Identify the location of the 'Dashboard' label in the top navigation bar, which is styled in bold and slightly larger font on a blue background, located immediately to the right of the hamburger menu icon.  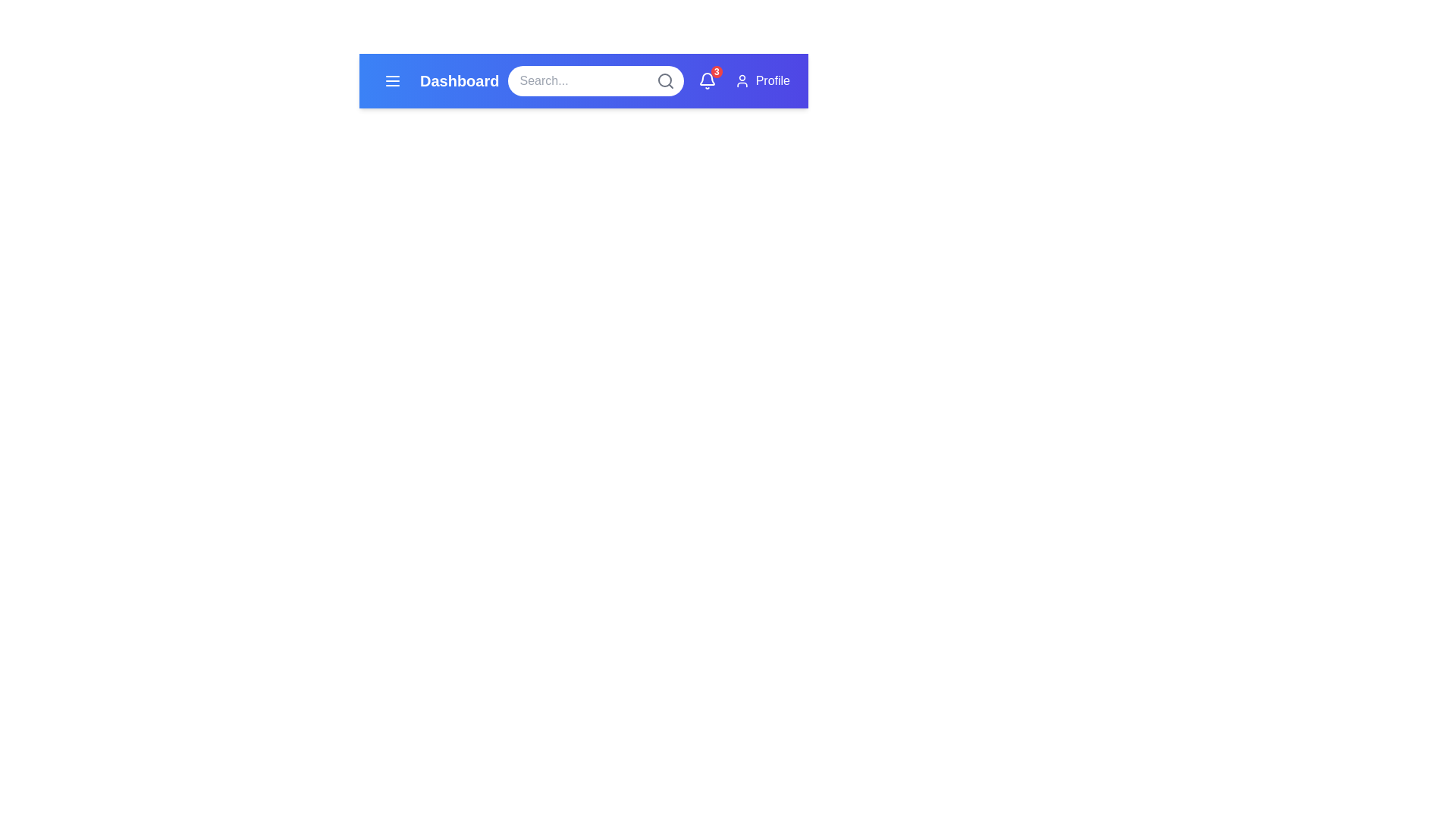
(438, 81).